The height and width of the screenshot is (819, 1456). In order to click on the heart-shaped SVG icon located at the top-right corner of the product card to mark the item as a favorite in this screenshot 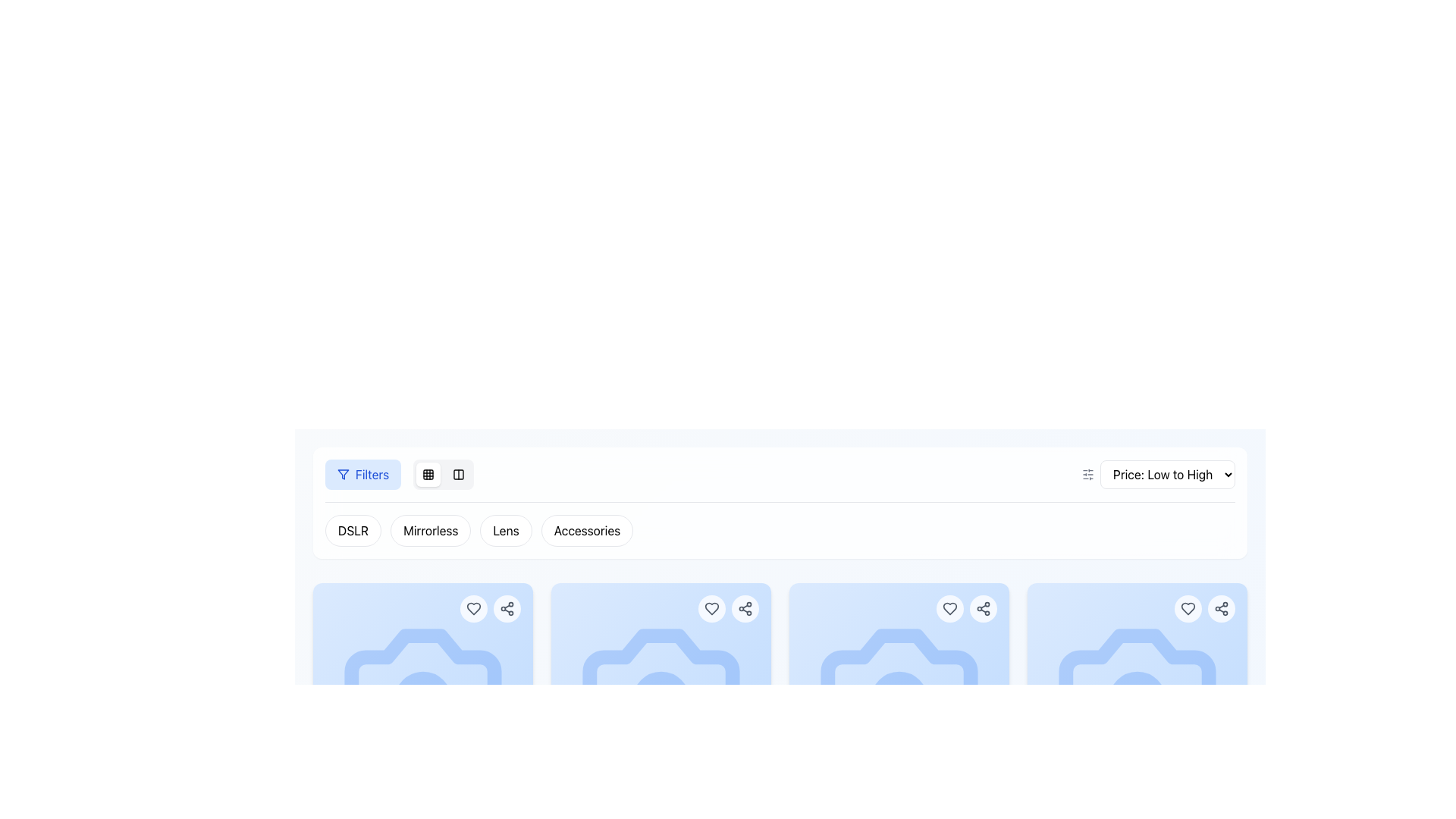, I will do `click(1187, 607)`.